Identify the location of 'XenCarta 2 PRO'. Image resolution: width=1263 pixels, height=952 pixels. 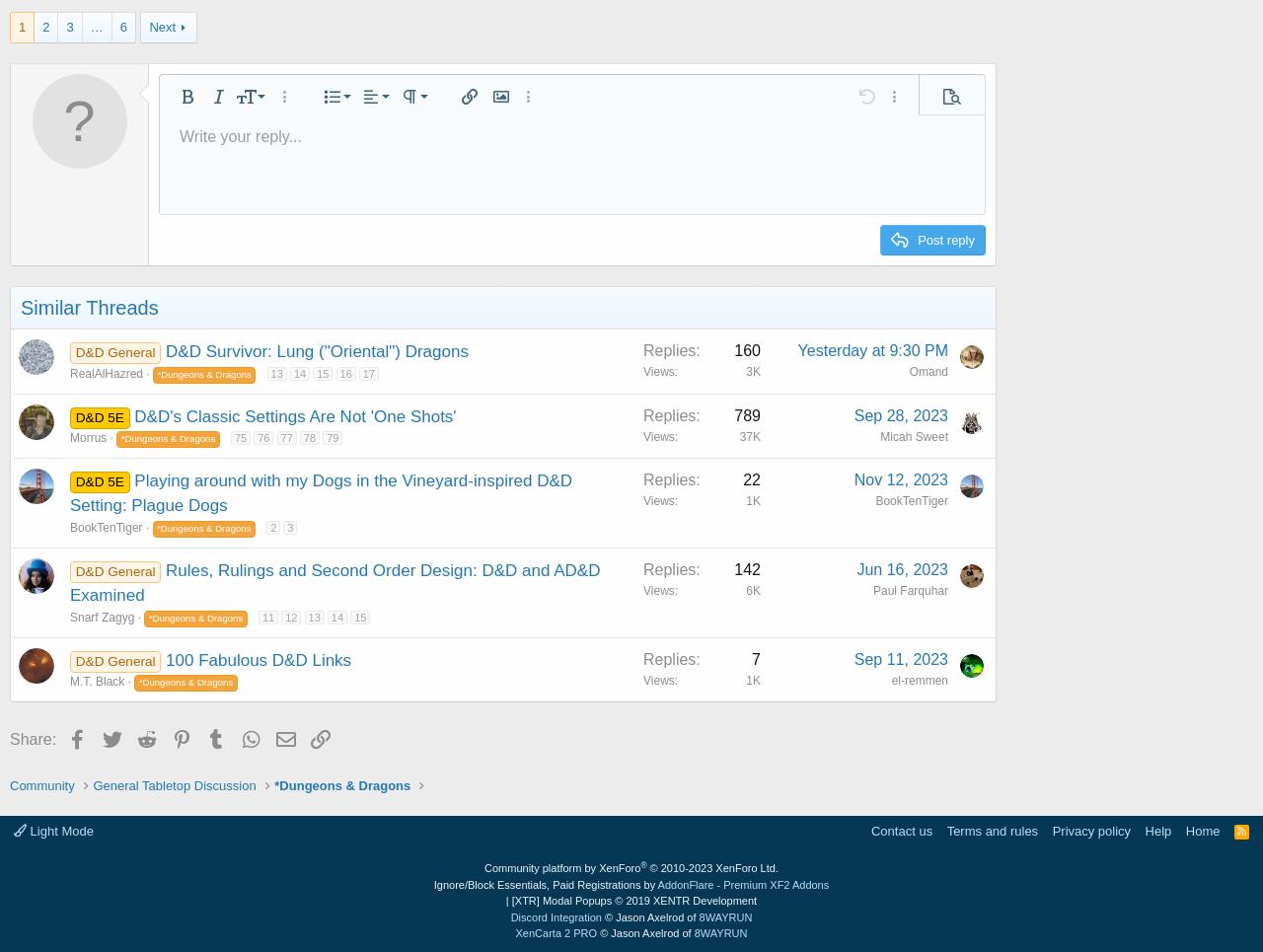
(555, 932).